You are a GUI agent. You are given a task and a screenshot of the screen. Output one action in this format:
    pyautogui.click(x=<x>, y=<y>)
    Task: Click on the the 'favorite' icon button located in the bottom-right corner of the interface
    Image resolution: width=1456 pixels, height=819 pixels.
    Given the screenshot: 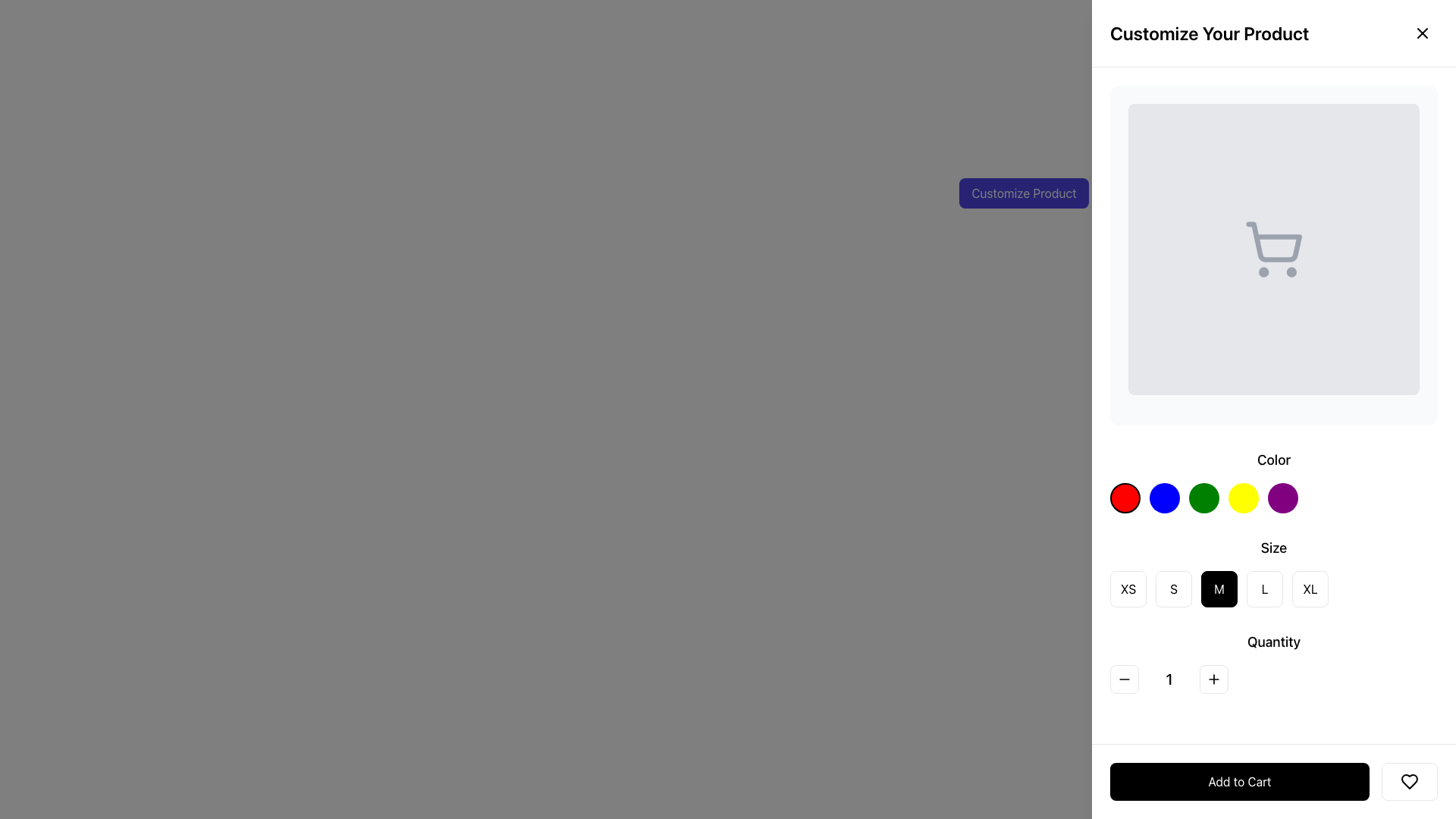 What is the action you would take?
    pyautogui.click(x=1408, y=781)
    